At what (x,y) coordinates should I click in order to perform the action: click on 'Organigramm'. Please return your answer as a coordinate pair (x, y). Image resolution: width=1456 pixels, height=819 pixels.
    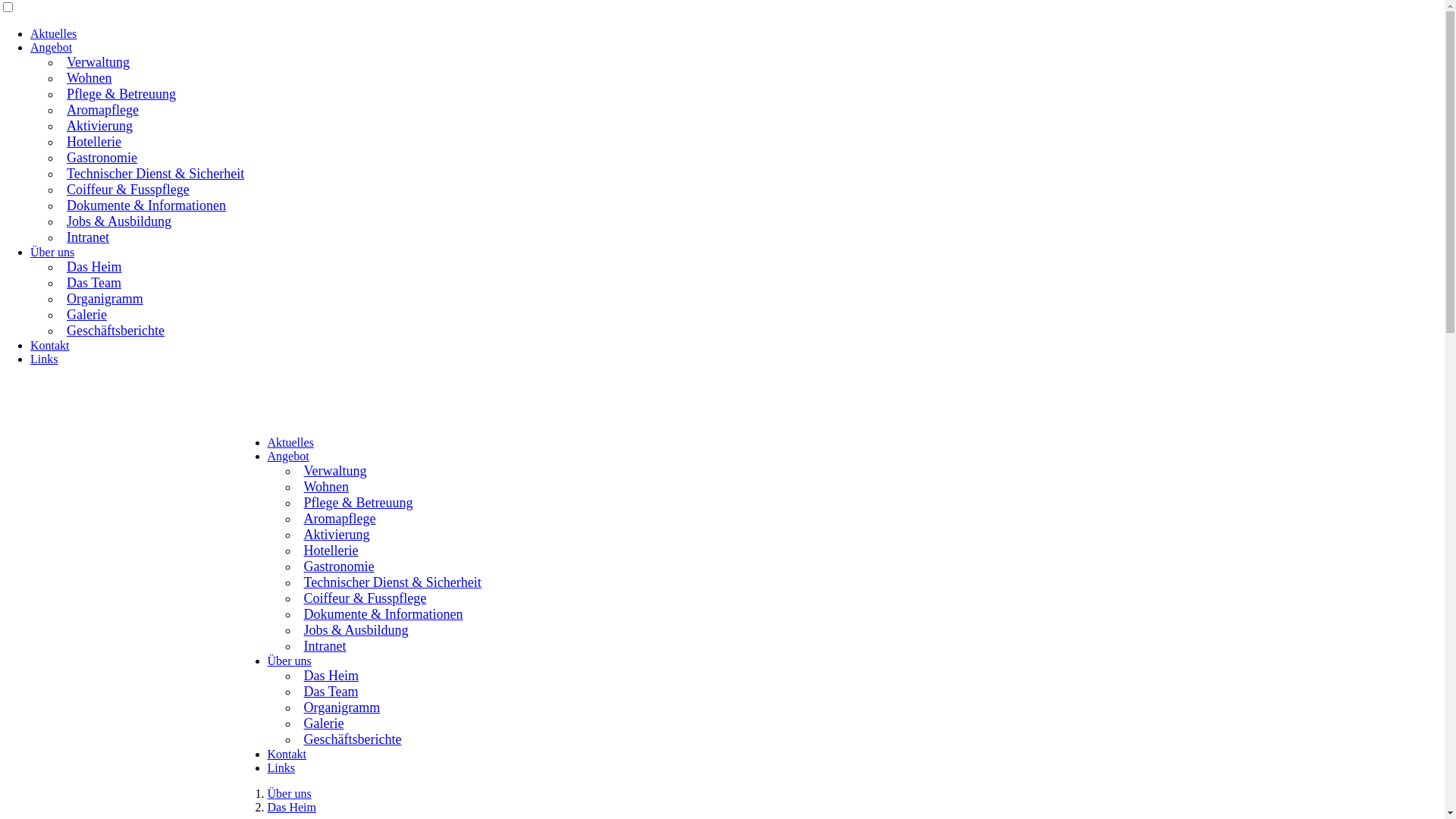
    Looking at the image, I should click on (339, 705).